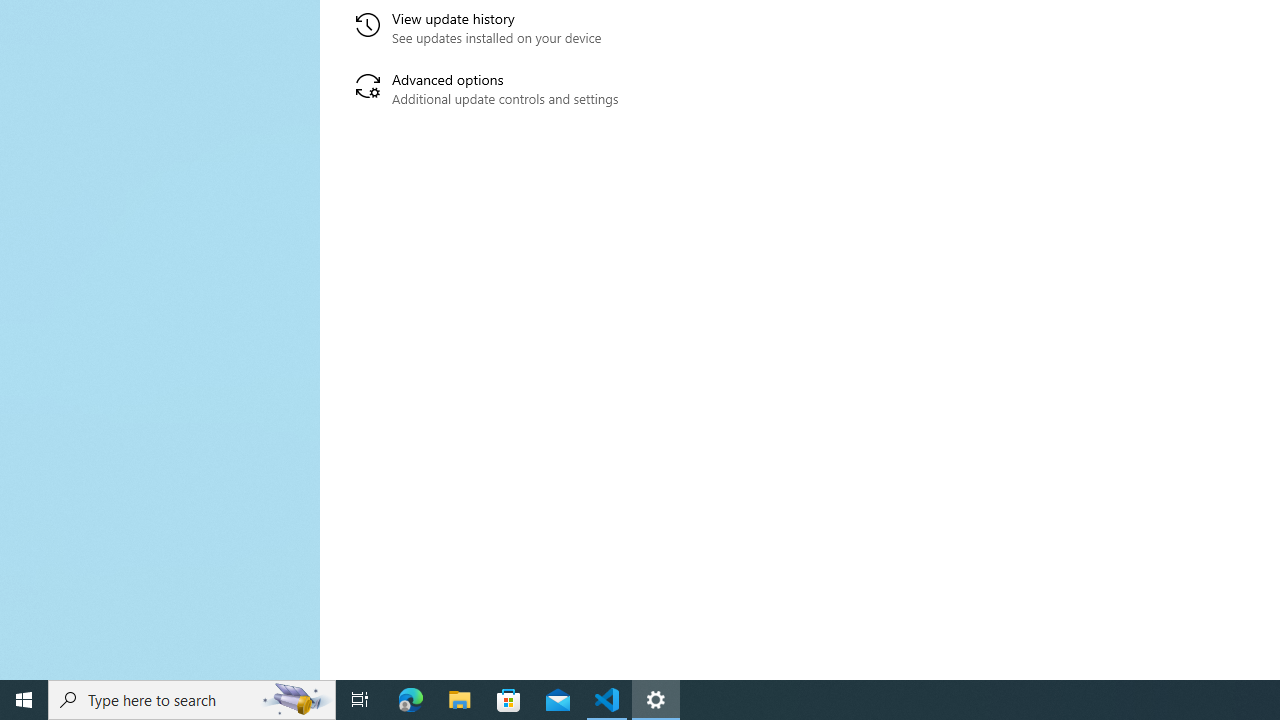 This screenshot has height=720, width=1280. Describe the element at coordinates (192, 698) in the screenshot. I see `'Type here to search'` at that location.